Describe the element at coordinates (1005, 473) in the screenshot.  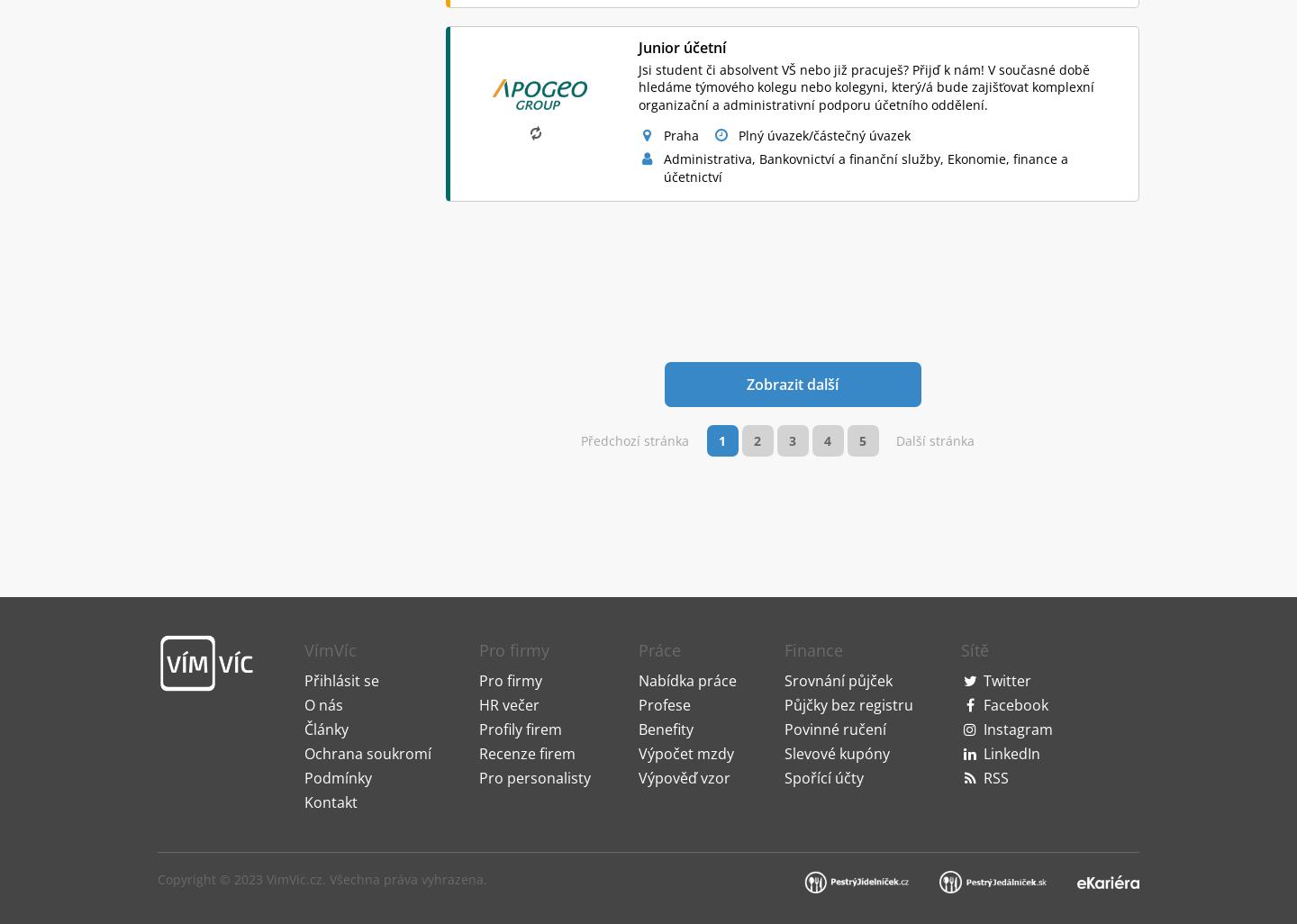
I see `'Twitter'` at that location.